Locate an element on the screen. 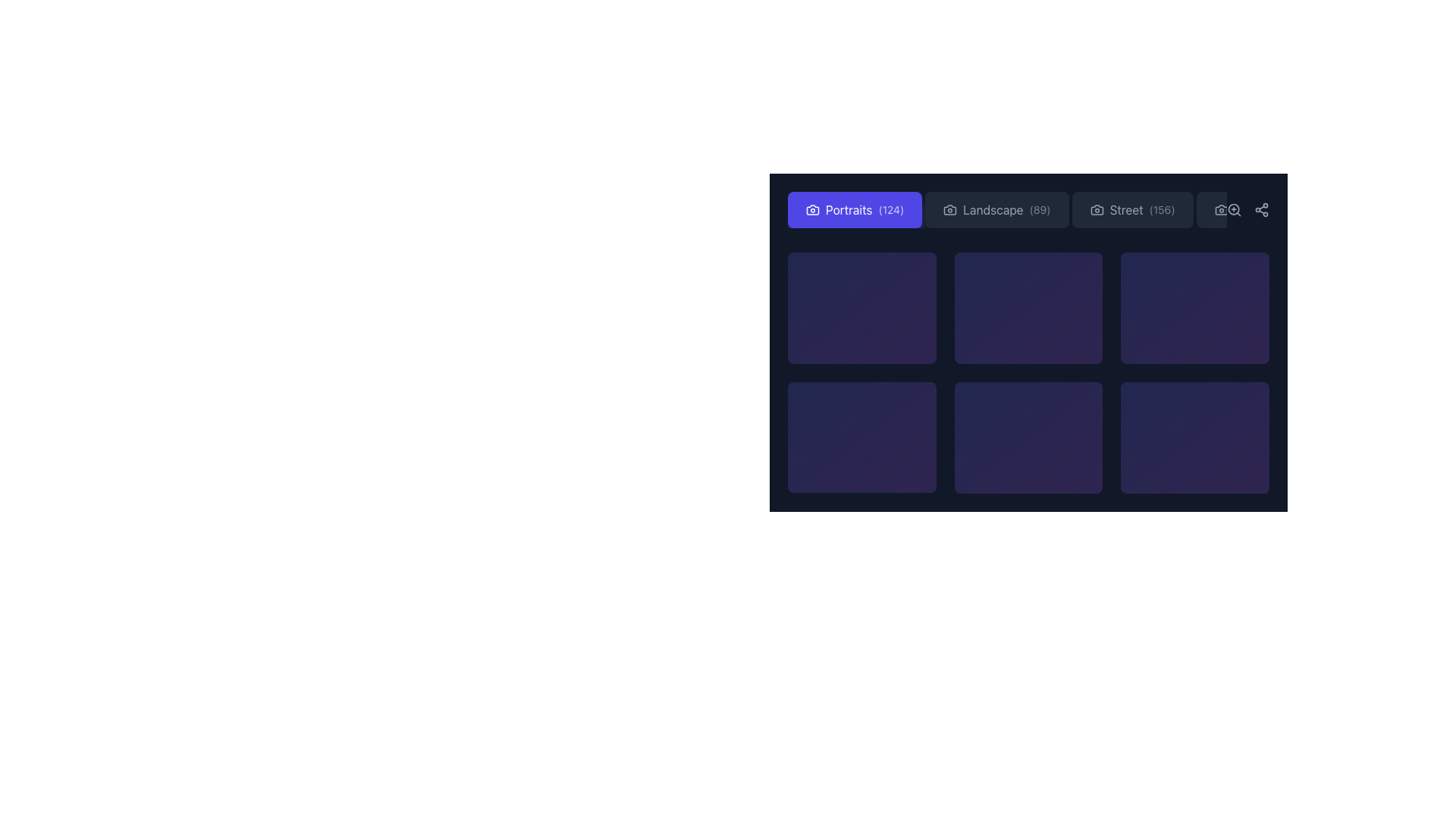  the 'Street' category label located in the top-right section of the UI, which guides users to select or view items related to streets is located at coordinates (1126, 210).